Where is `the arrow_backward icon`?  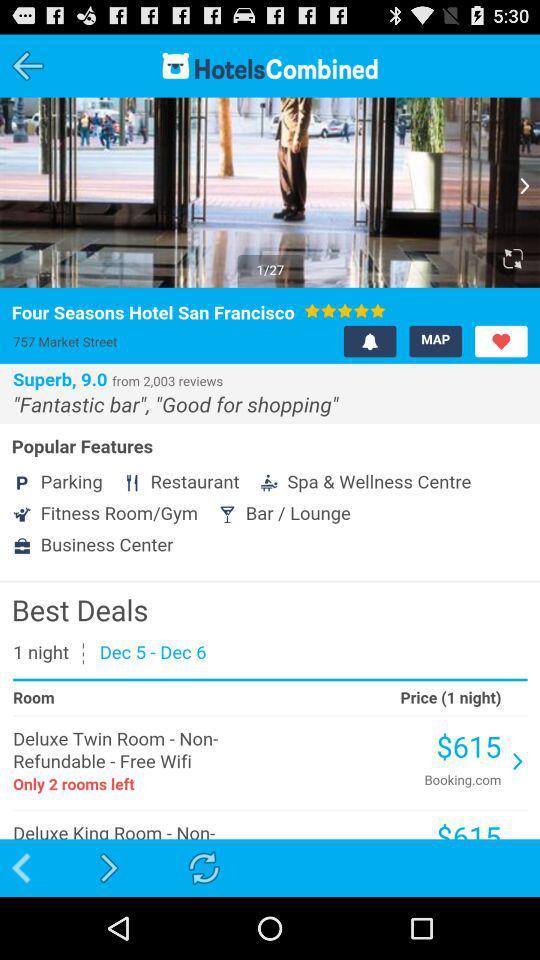 the arrow_backward icon is located at coordinates (26, 70).